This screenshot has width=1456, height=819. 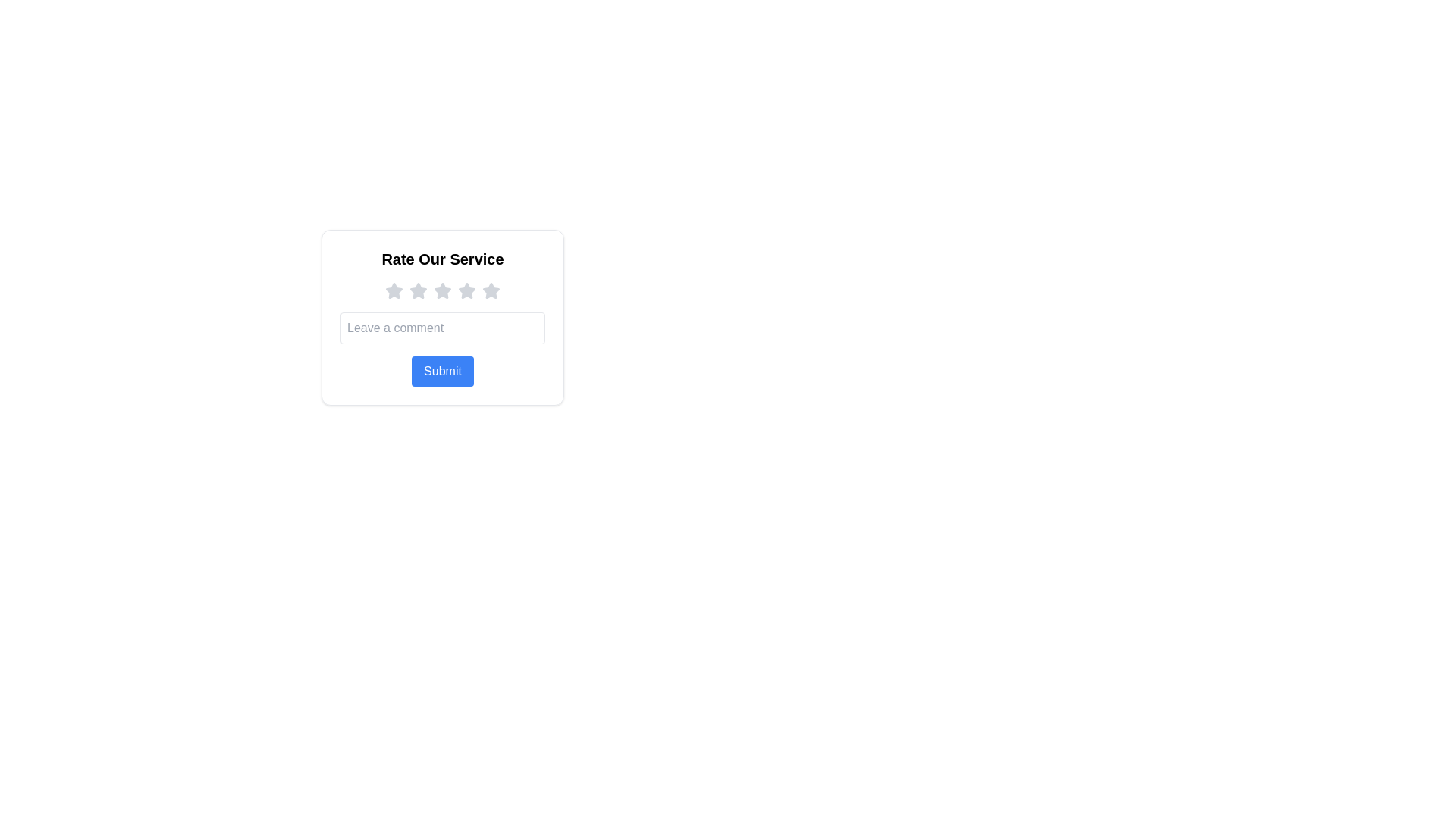 What do you see at coordinates (442, 259) in the screenshot?
I see `the 'Rate Our Service' text label, which is positioned at the top of the card layout and visually emphasized in bold, large font` at bounding box center [442, 259].